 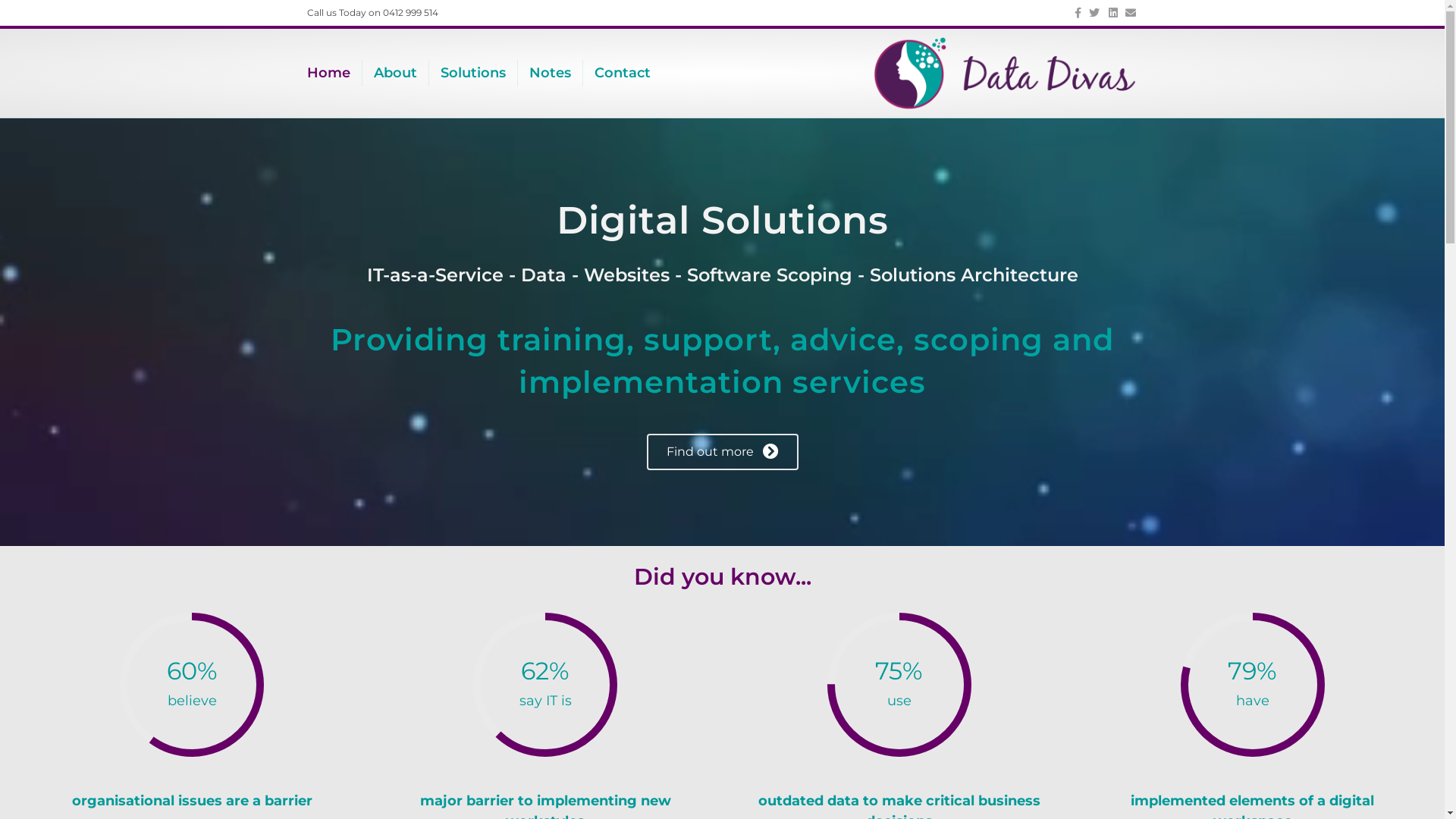 What do you see at coordinates (334, 73) in the screenshot?
I see `'Home'` at bounding box center [334, 73].